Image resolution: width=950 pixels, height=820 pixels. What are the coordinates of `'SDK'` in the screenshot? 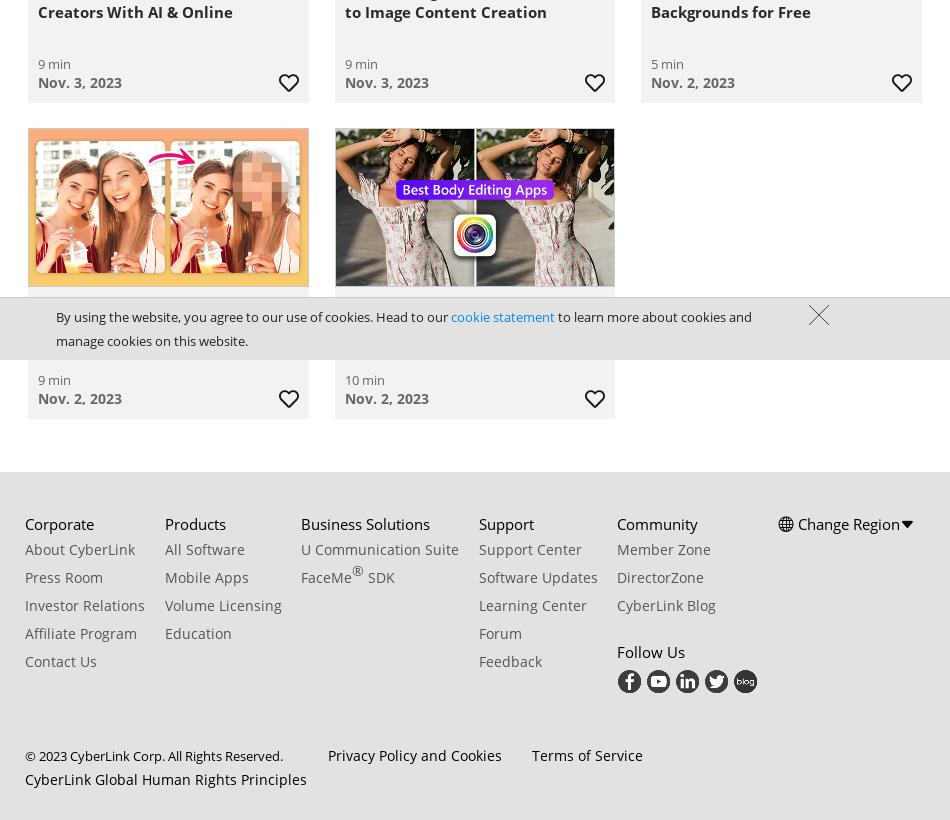 It's located at (378, 576).